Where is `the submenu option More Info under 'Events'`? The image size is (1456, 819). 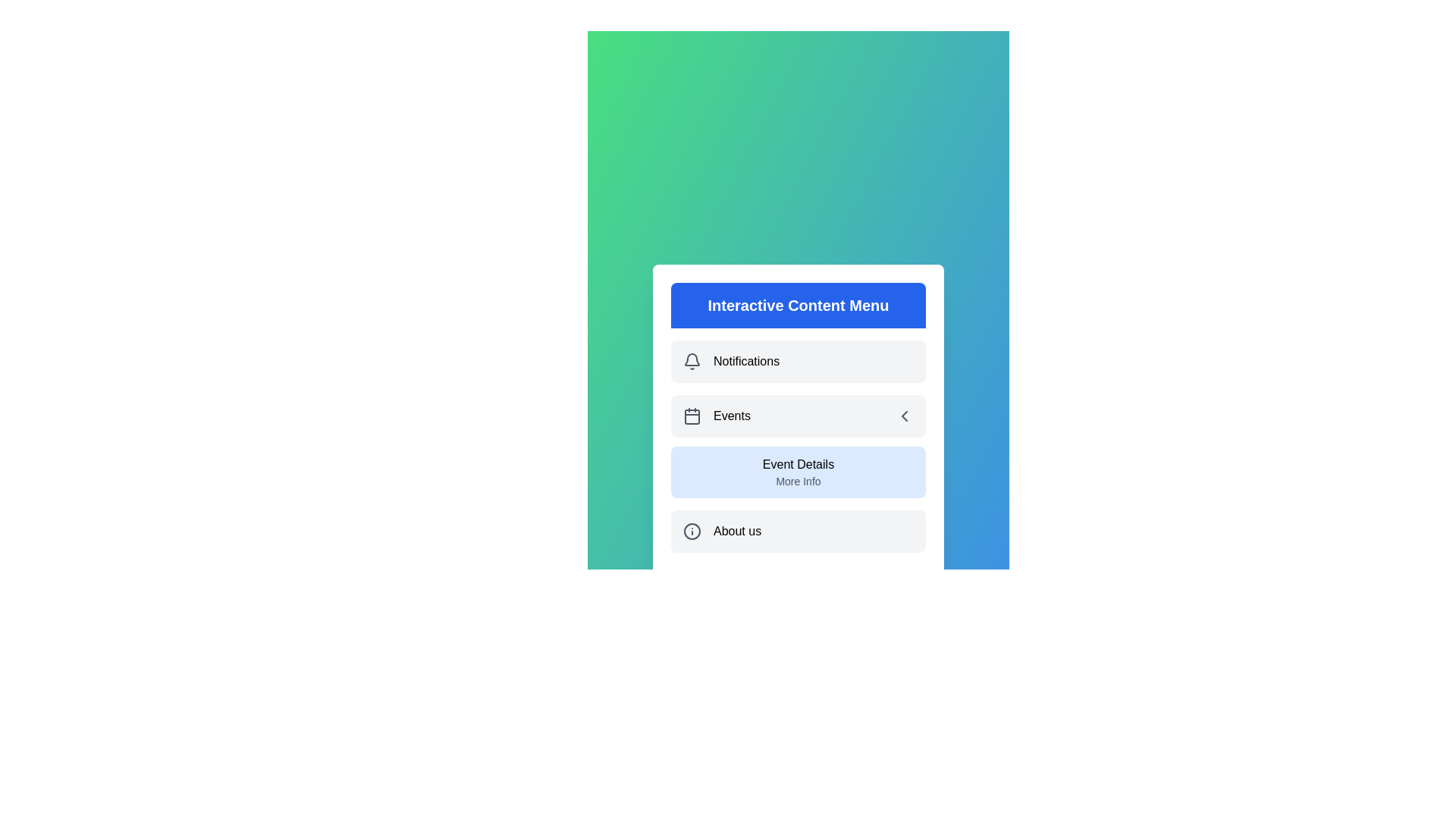 the submenu option More Info under 'Events' is located at coordinates (797, 482).